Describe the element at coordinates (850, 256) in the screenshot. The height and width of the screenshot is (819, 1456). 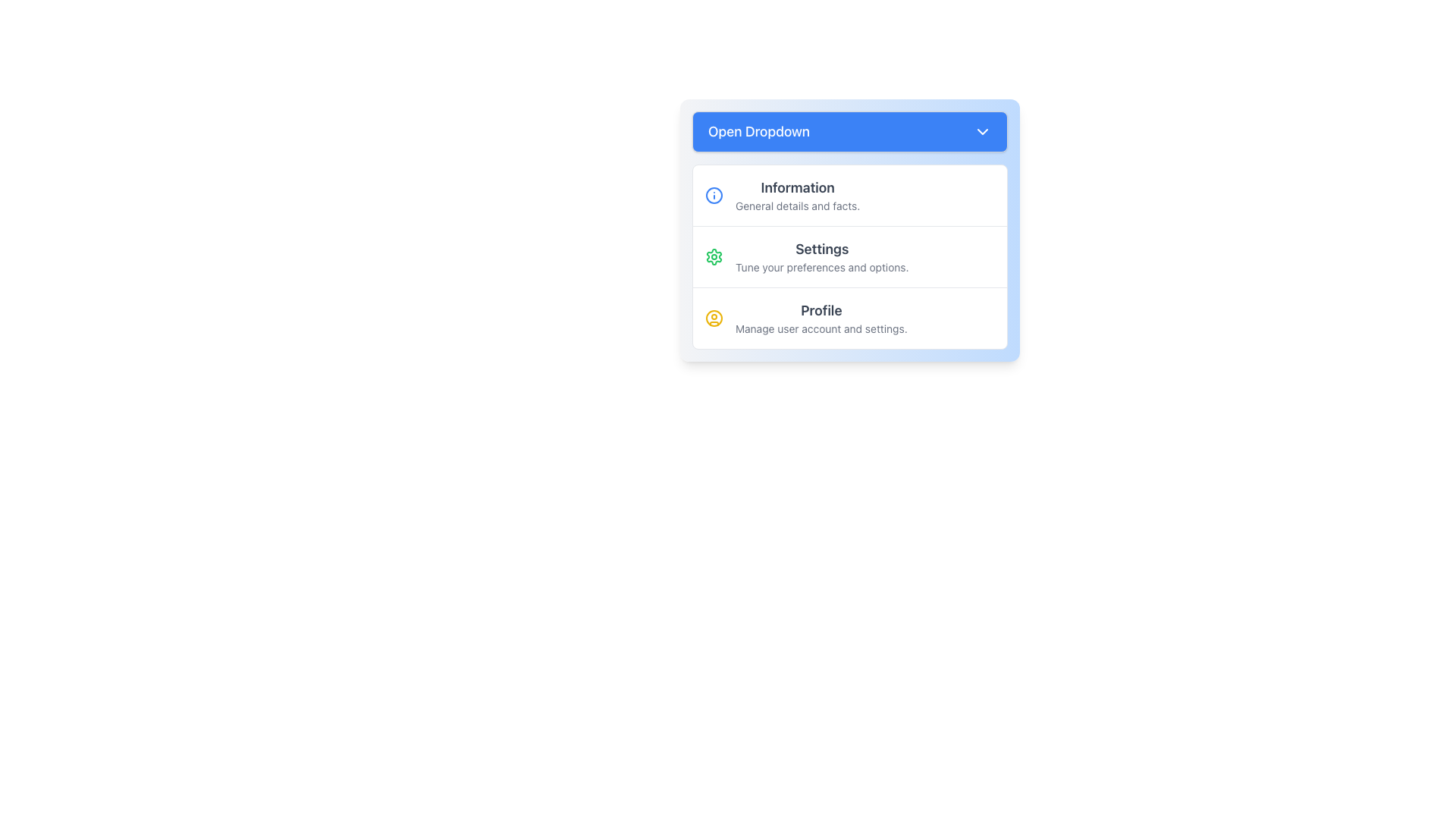
I see `the 'Settings' menu item, which features a green gear-shaped icon and bold text` at that location.